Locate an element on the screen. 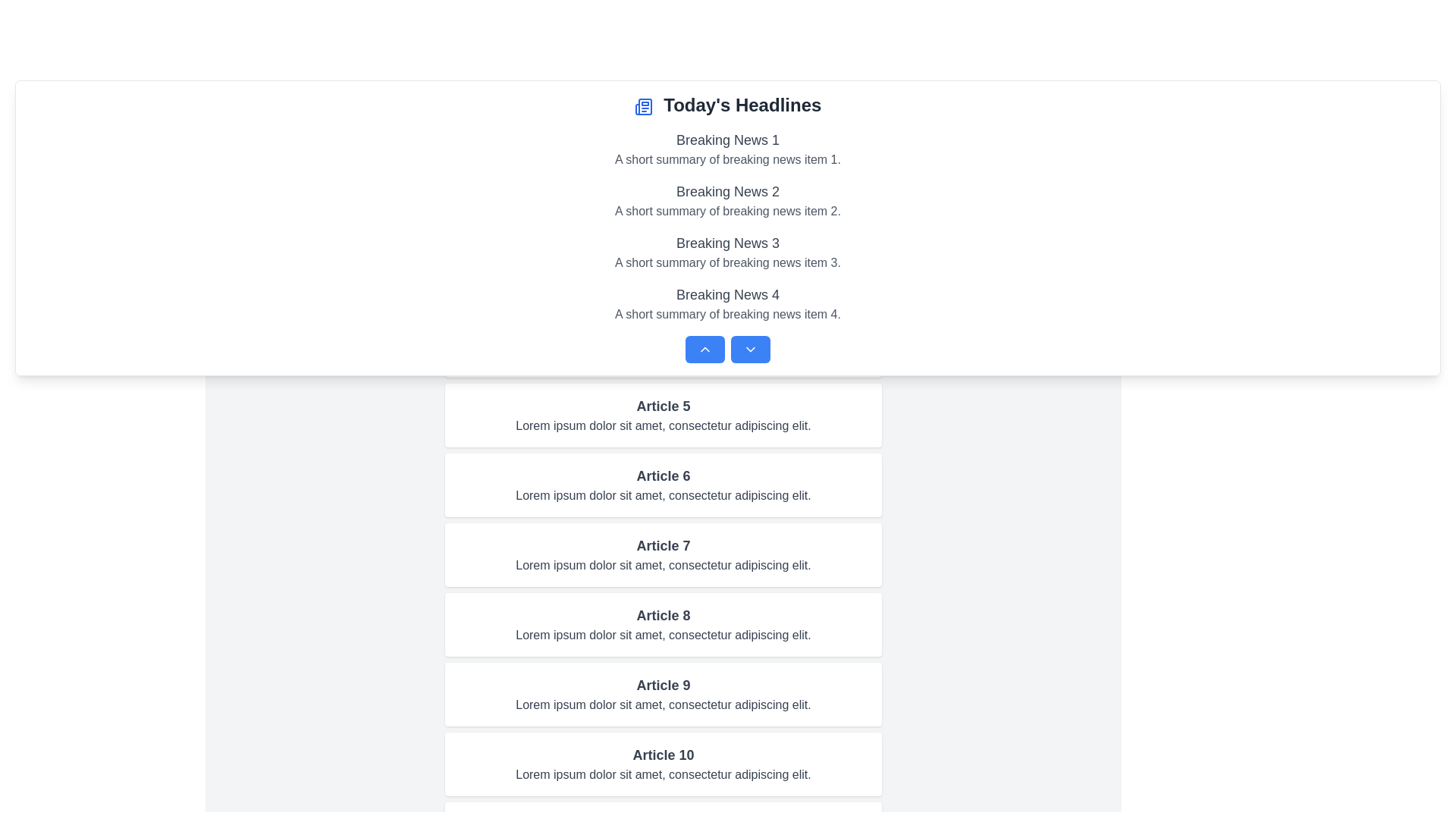 The height and width of the screenshot is (819, 1456). the upward navigation button, which is the first in a group and located below the 'Breaking News' section is located at coordinates (704, 350).